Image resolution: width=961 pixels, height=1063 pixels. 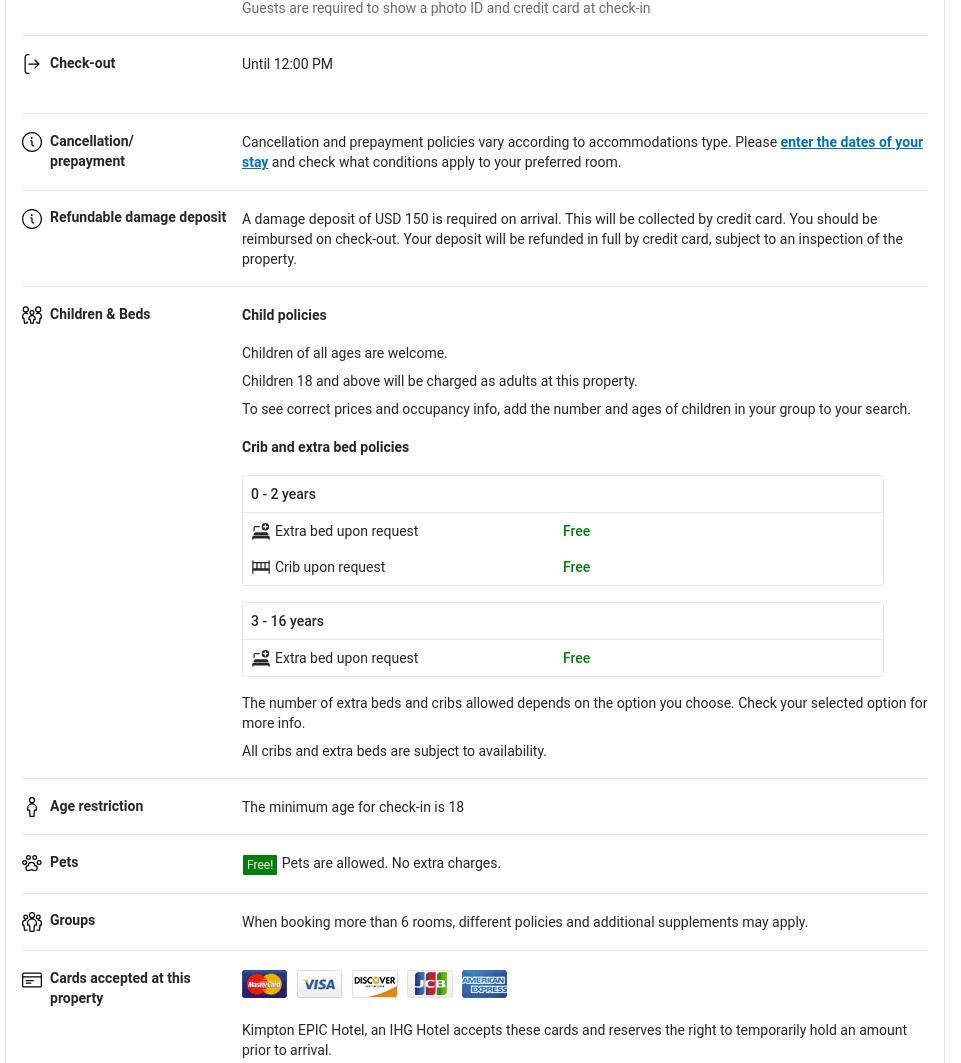 I want to click on '3 - 16 years', so click(x=286, y=620).